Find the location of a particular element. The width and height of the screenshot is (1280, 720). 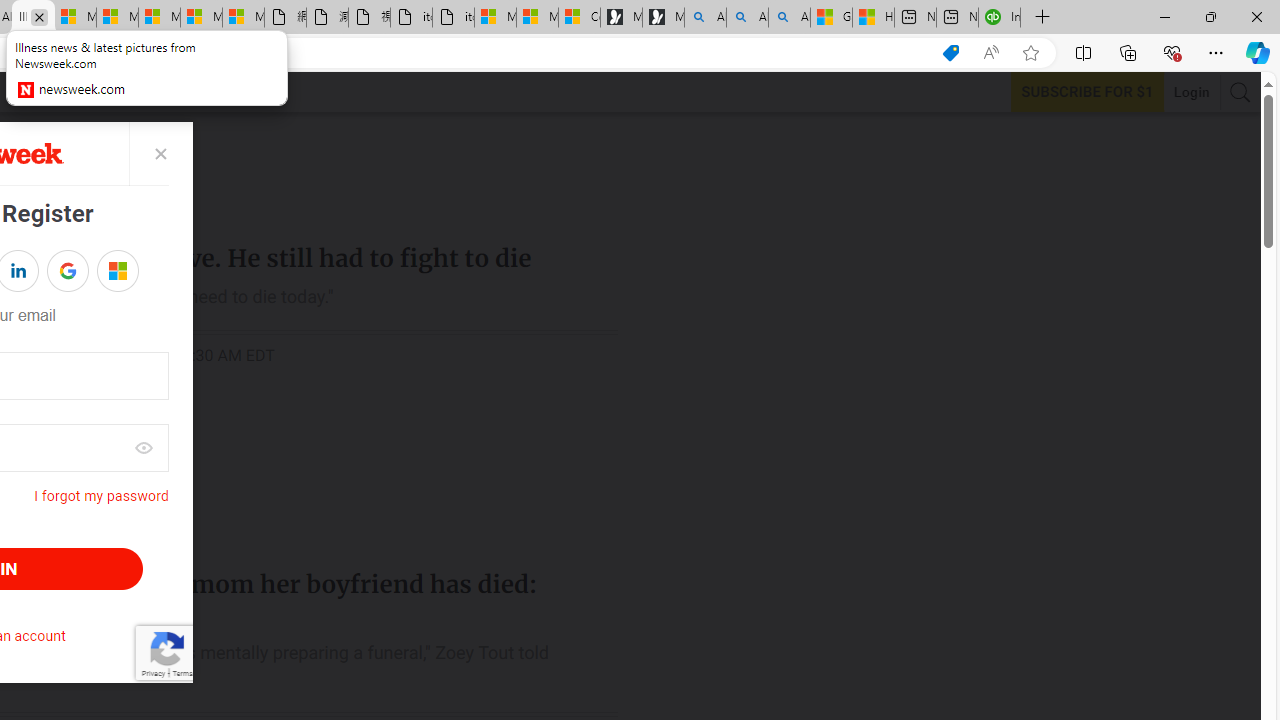

'Consumer Health Data Privacy Policy' is located at coordinates (578, 17).